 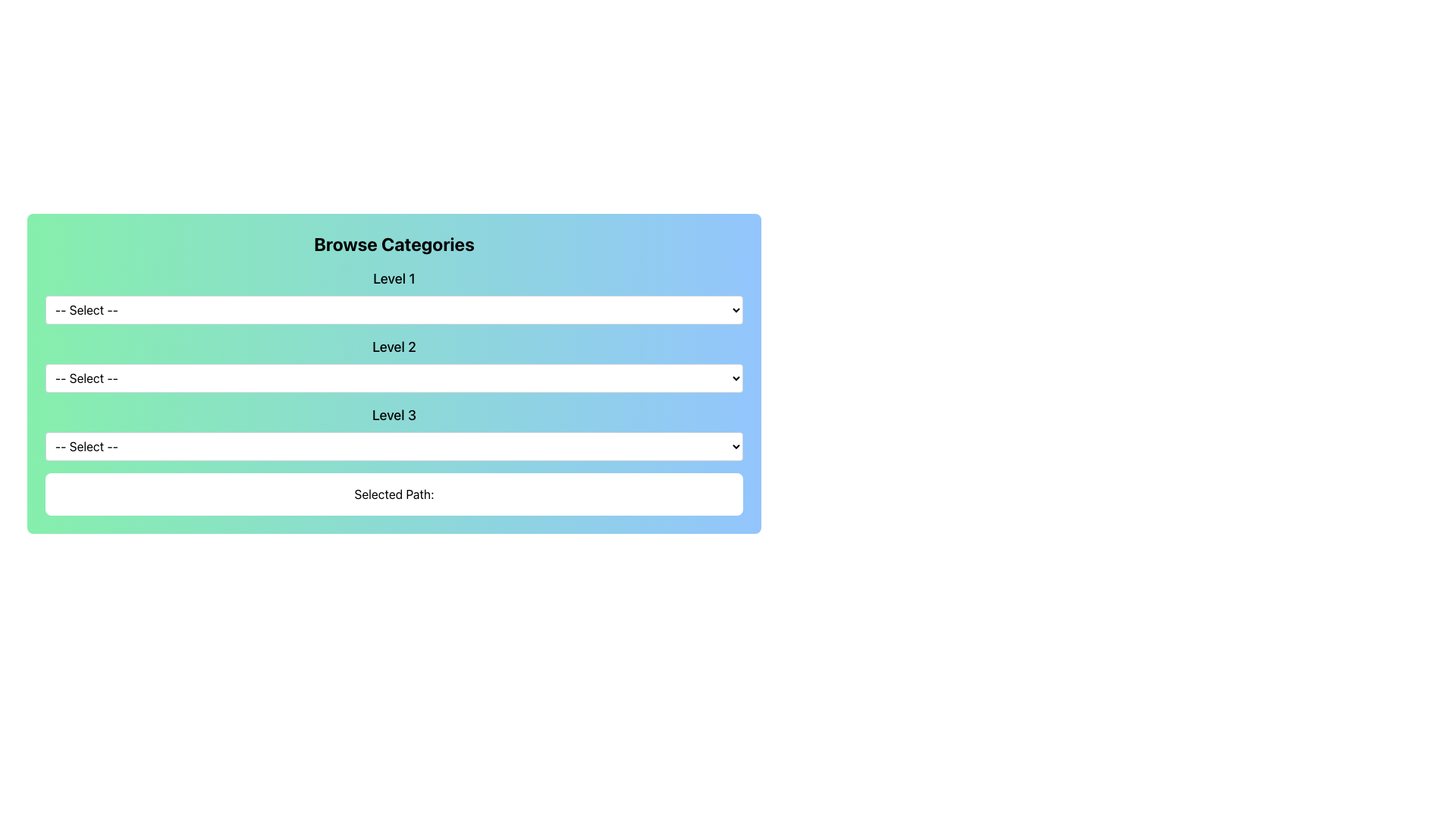 What do you see at coordinates (394, 309) in the screenshot?
I see `an option from the dropdown menu located below the 'Level 1' heading, which has a white background and rounded corners` at bounding box center [394, 309].